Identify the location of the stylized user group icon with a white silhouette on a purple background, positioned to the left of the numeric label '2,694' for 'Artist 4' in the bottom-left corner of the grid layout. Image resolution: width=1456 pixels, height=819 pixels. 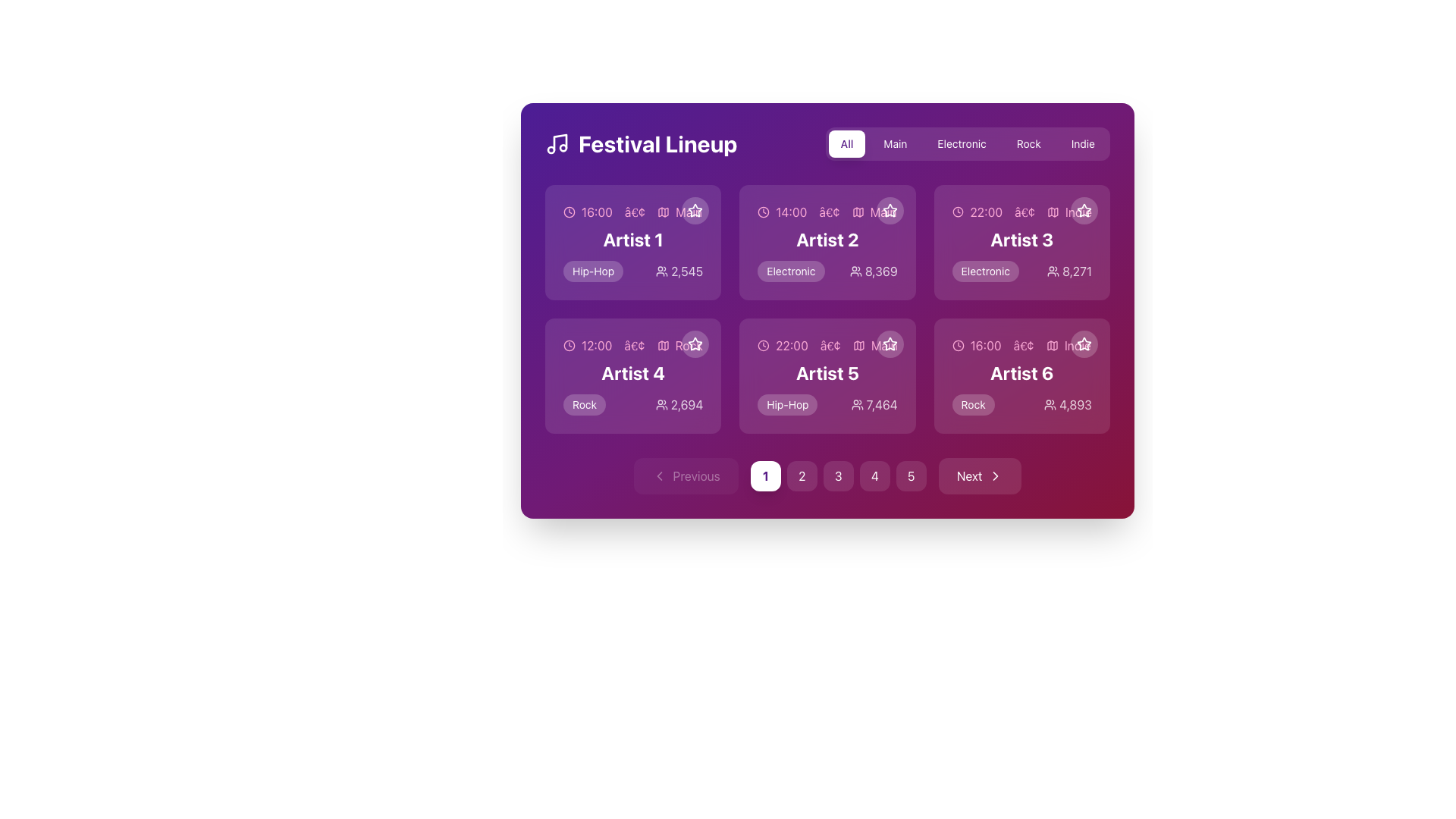
(661, 403).